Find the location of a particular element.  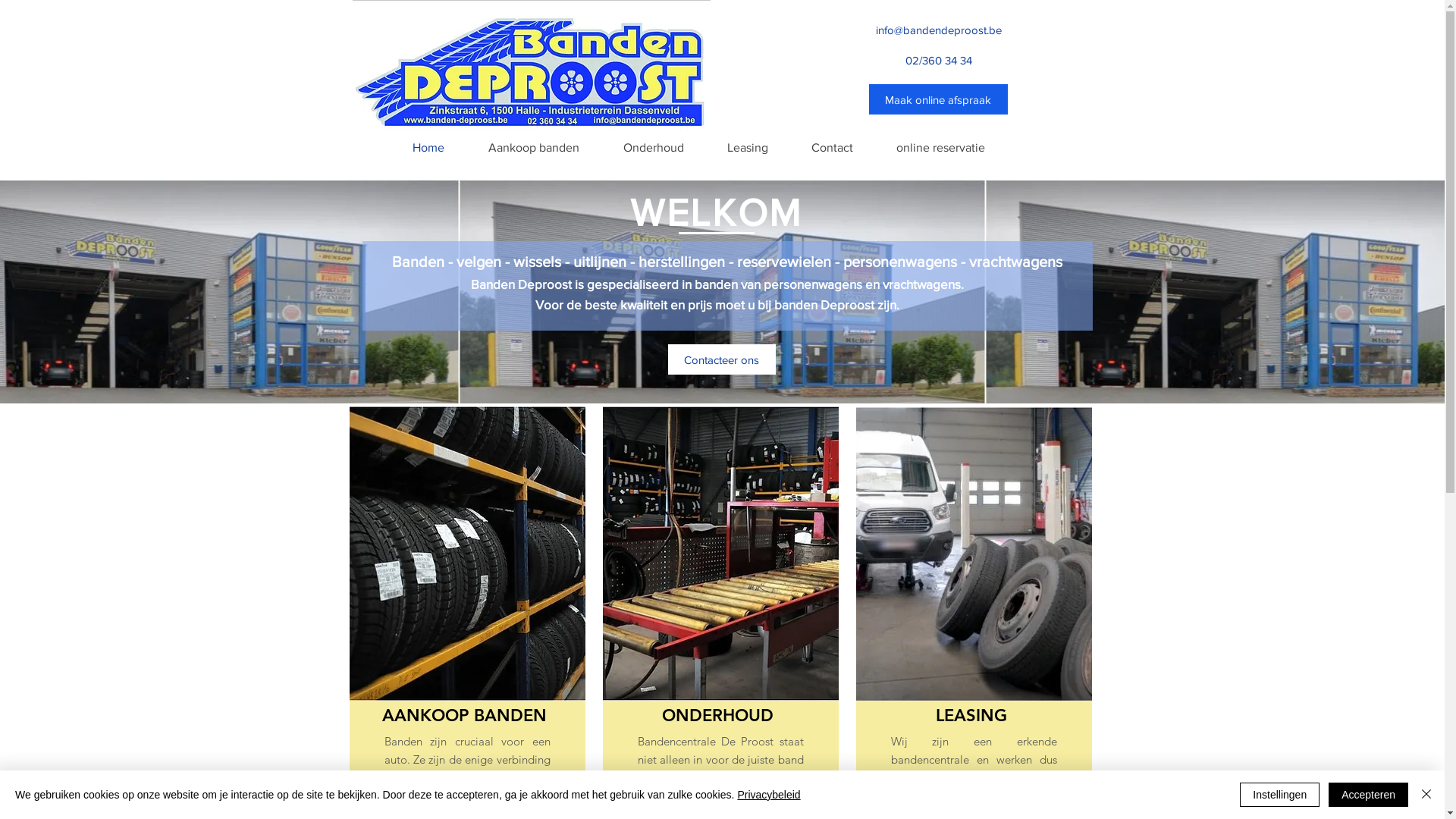

'info@bandendeproost.be' is located at coordinates (937, 29).